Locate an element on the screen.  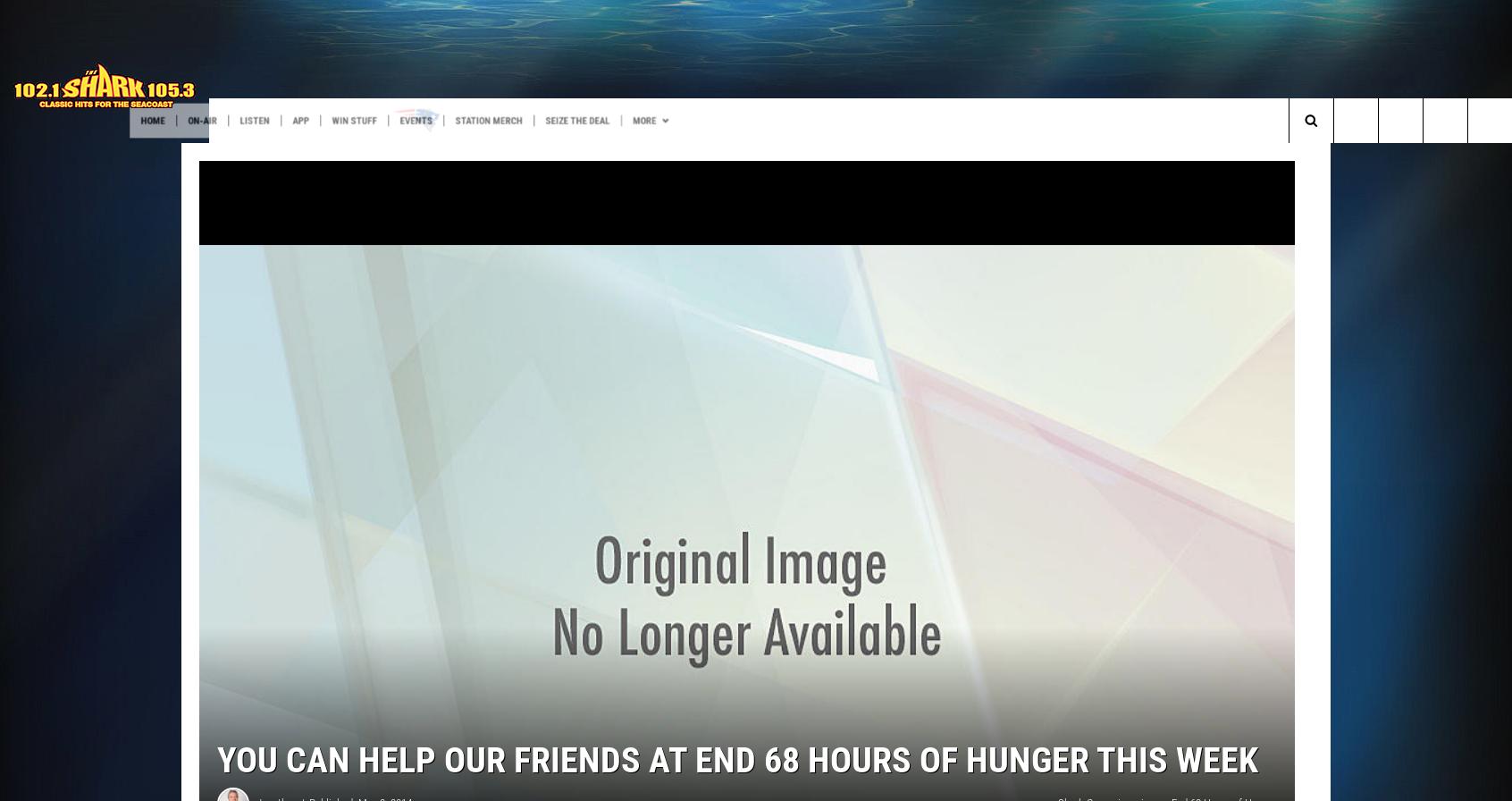
'What's Hot:' is located at coordinates (46, 156).